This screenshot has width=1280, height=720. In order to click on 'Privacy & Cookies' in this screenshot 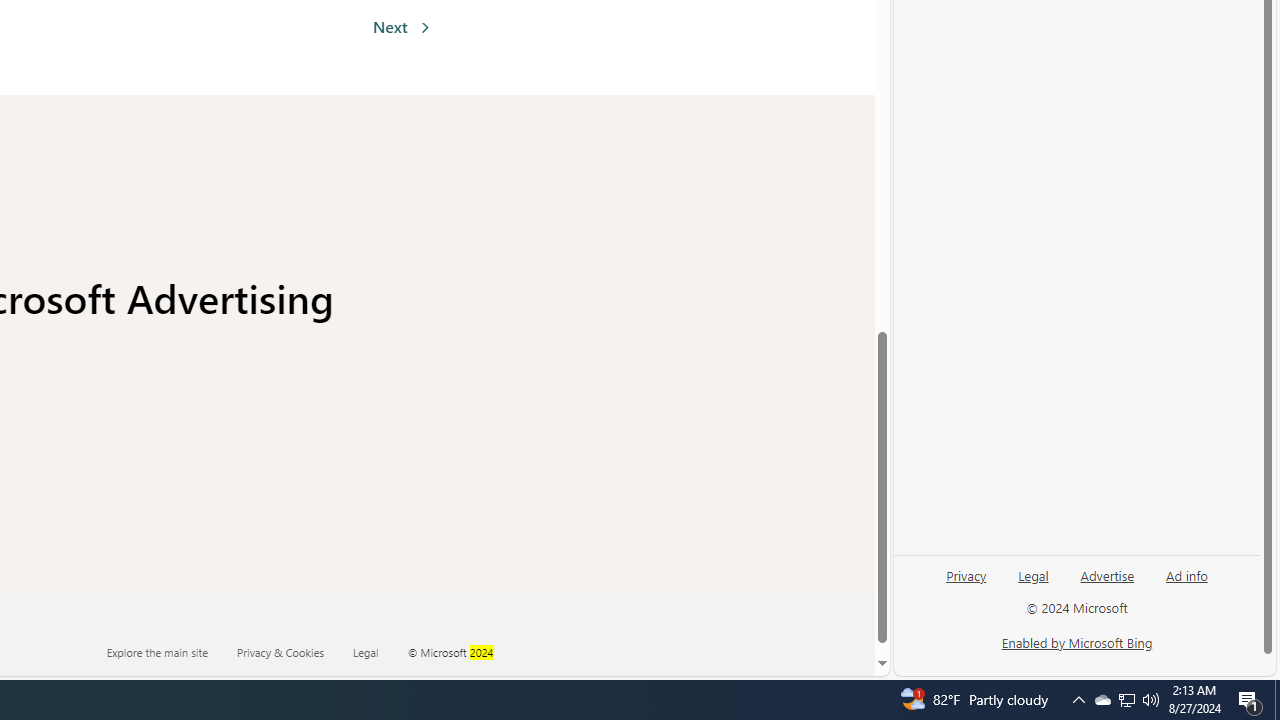, I will do `click(292, 651)`.